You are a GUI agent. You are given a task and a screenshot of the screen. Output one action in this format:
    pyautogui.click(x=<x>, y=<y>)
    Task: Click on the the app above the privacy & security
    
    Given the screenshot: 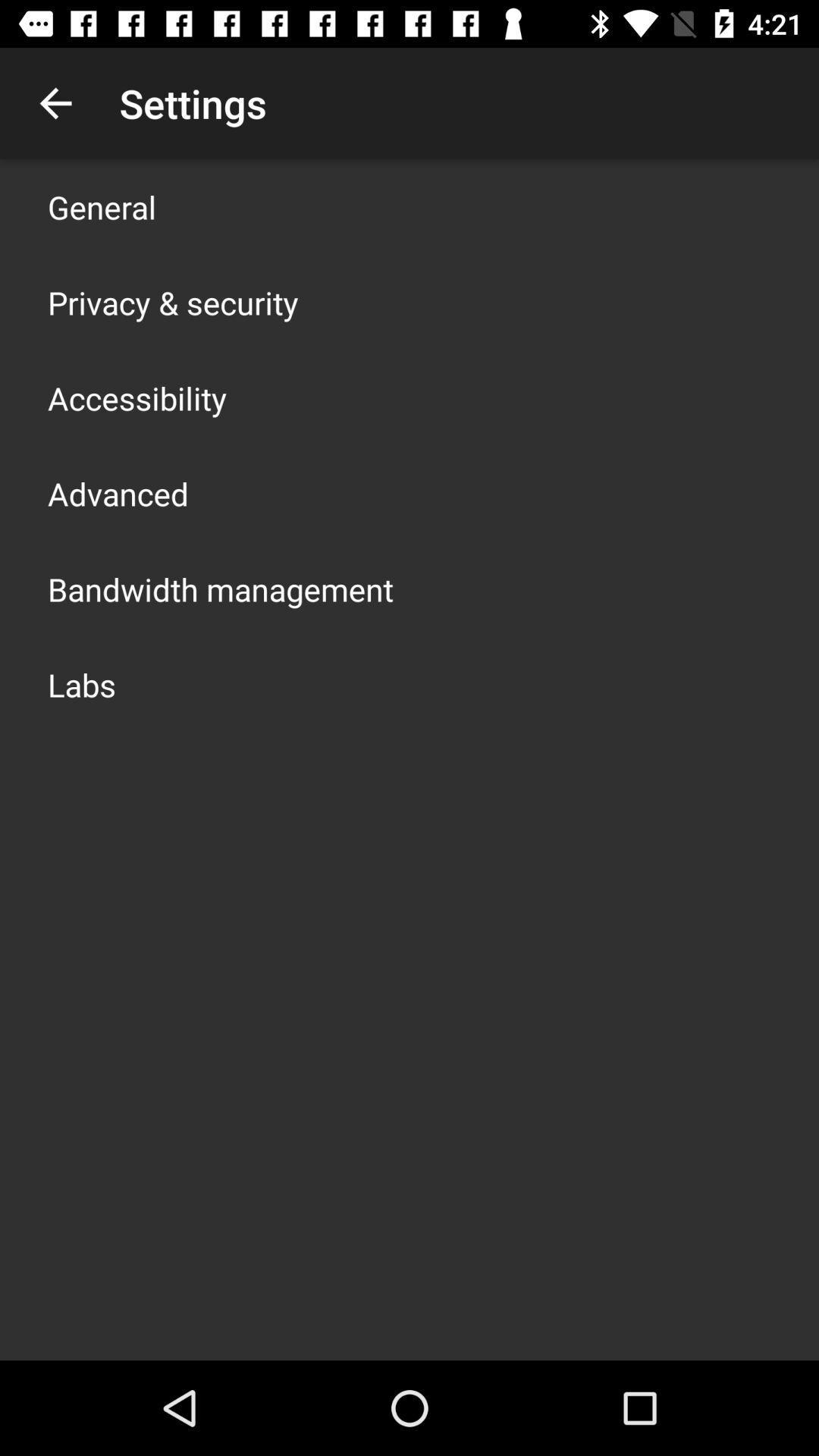 What is the action you would take?
    pyautogui.click(x=102, y=206)
    